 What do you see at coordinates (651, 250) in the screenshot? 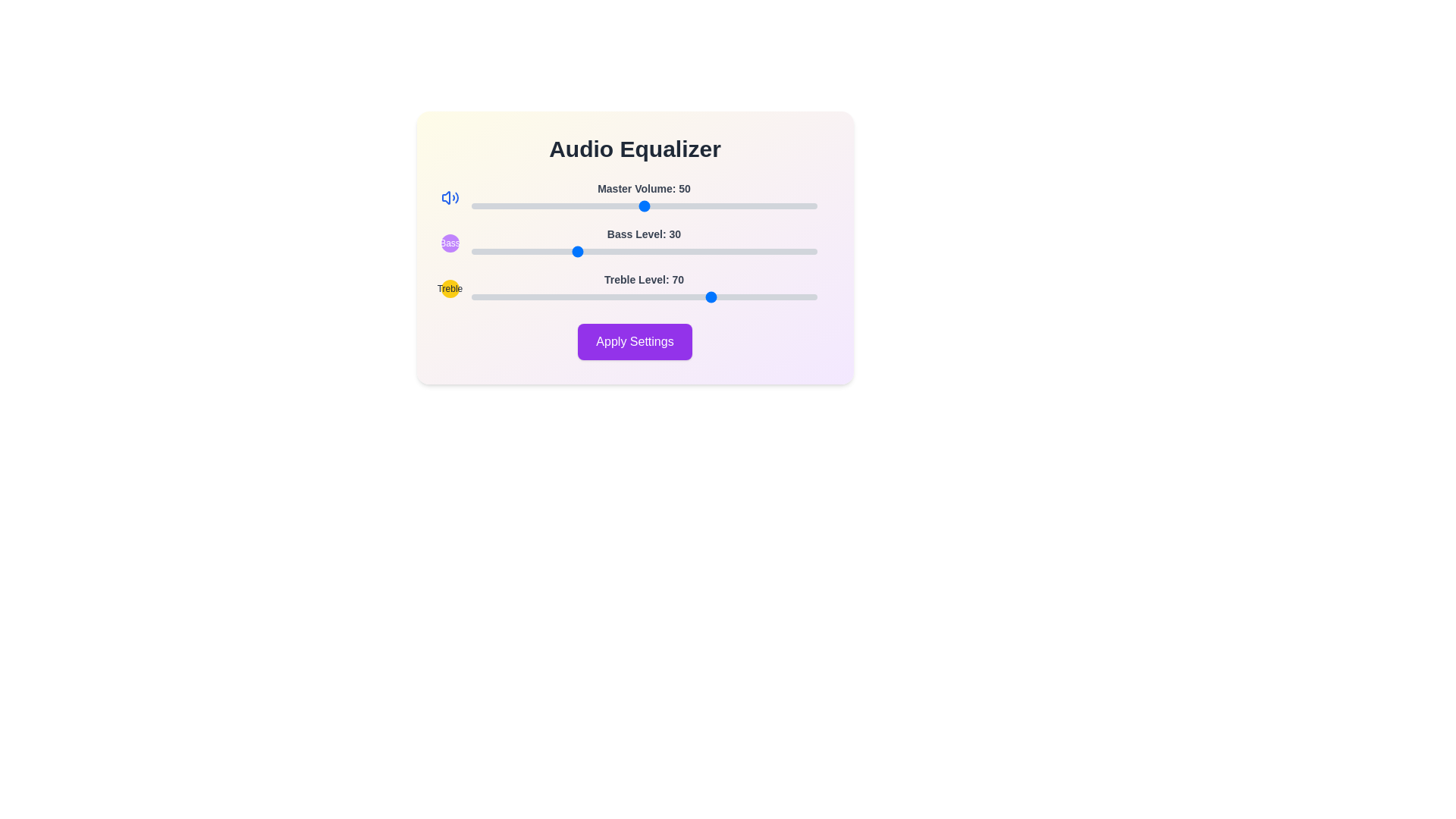
I see `bass level` at bounding box center [651, 250].